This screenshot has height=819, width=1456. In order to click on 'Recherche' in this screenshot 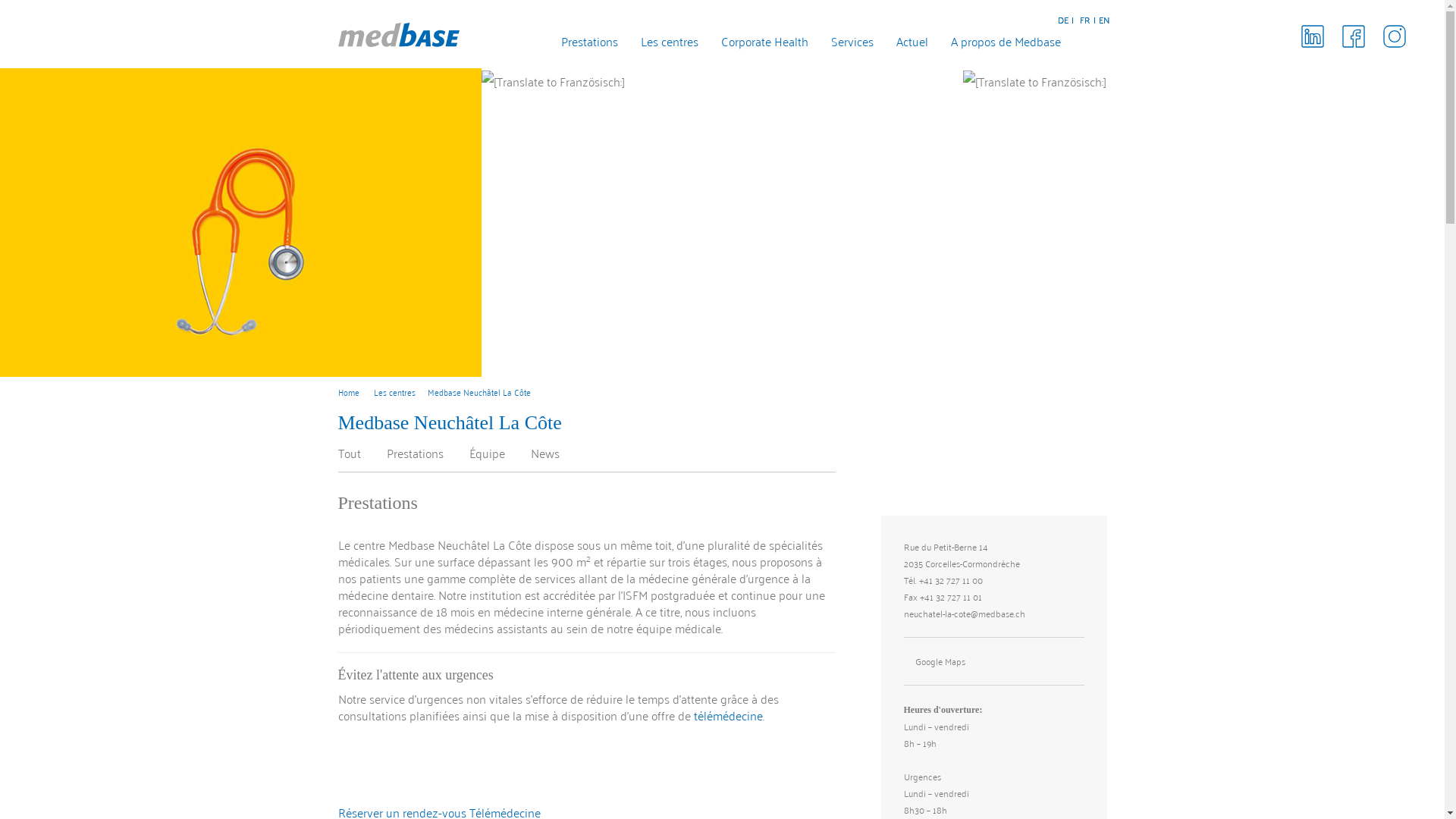, I will do `click(1101, 42)`.